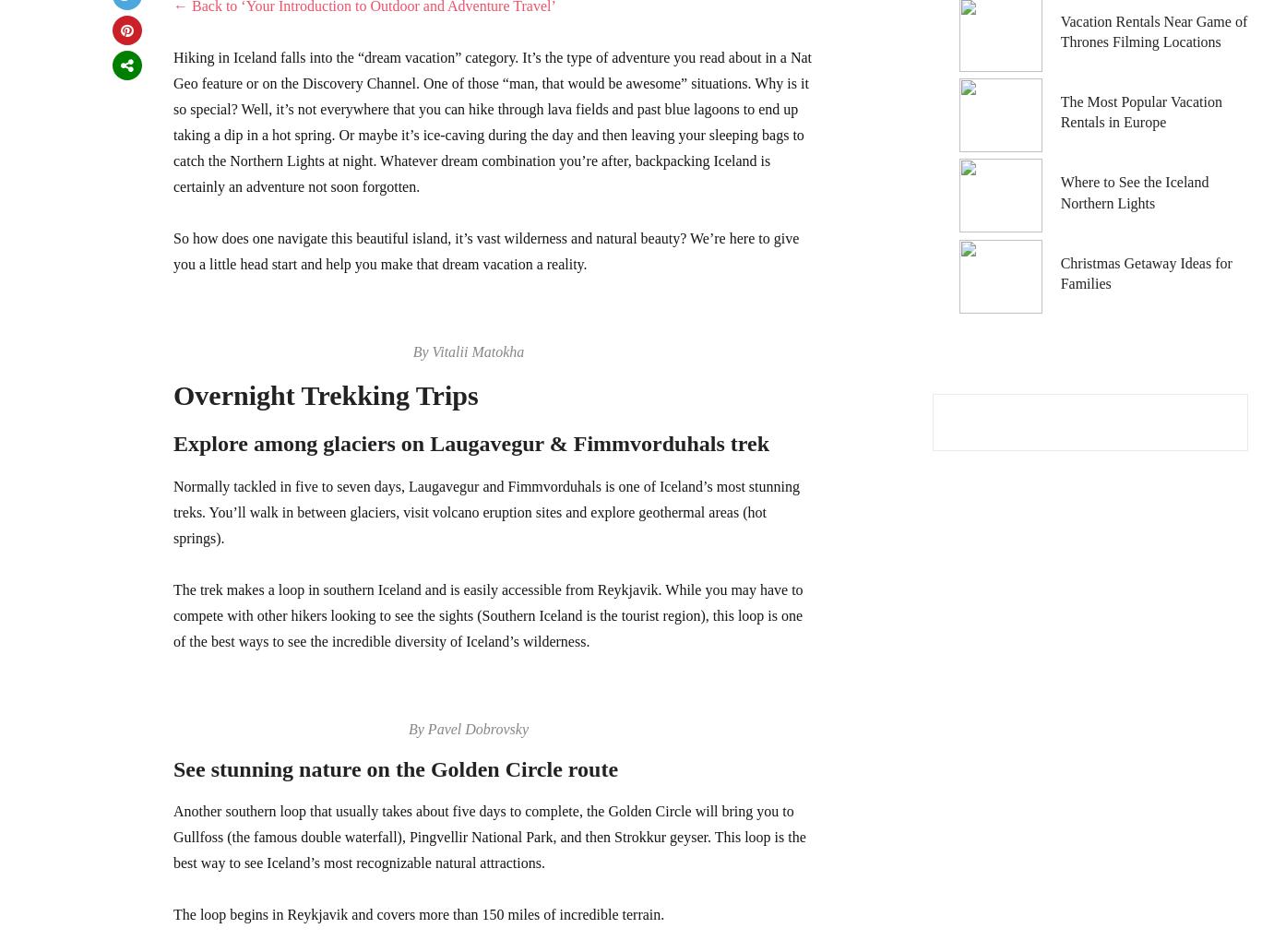 Image resolution: width=1274 pixels, height=952 pixels. I want to click on 'By Vitalii Matokha', so click(467, 351).